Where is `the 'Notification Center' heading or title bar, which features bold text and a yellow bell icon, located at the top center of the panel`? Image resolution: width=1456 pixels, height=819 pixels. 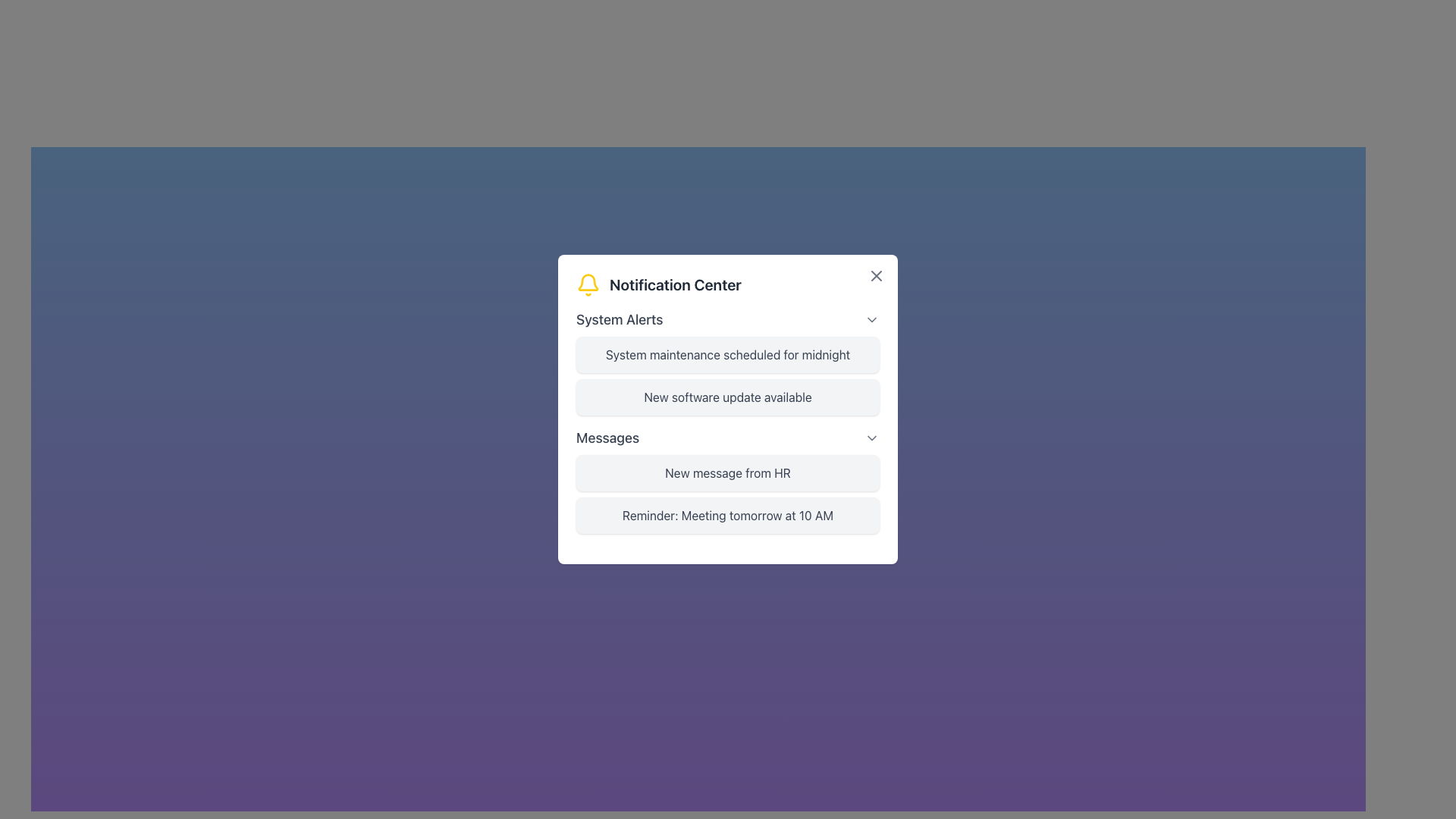 the 'Notification Center' heading or title bar, which features bold text and a yellow bell icon, located at the top center of the panel is located at coordinates (728, 284).